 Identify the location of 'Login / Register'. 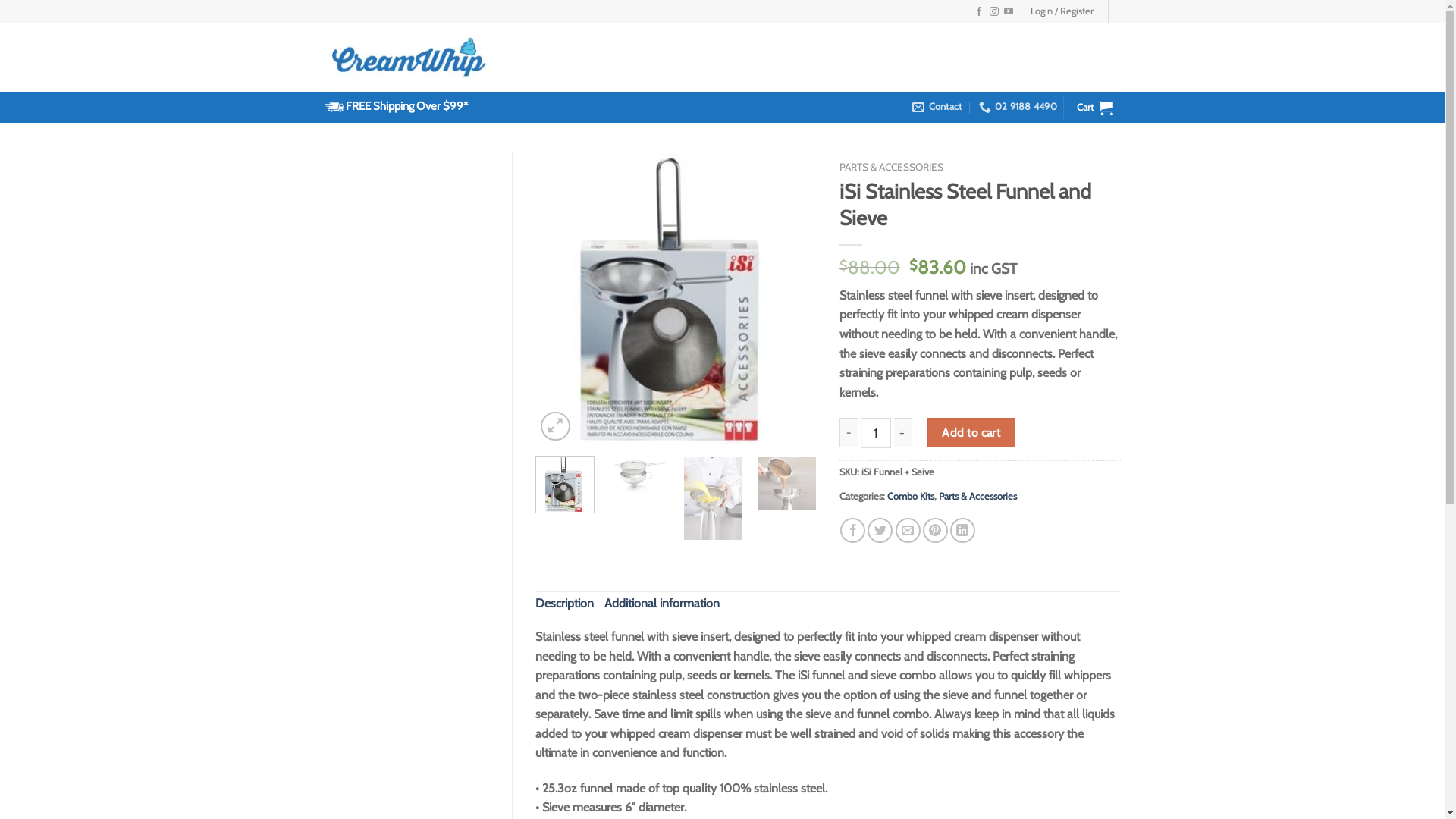
(1061, 11).